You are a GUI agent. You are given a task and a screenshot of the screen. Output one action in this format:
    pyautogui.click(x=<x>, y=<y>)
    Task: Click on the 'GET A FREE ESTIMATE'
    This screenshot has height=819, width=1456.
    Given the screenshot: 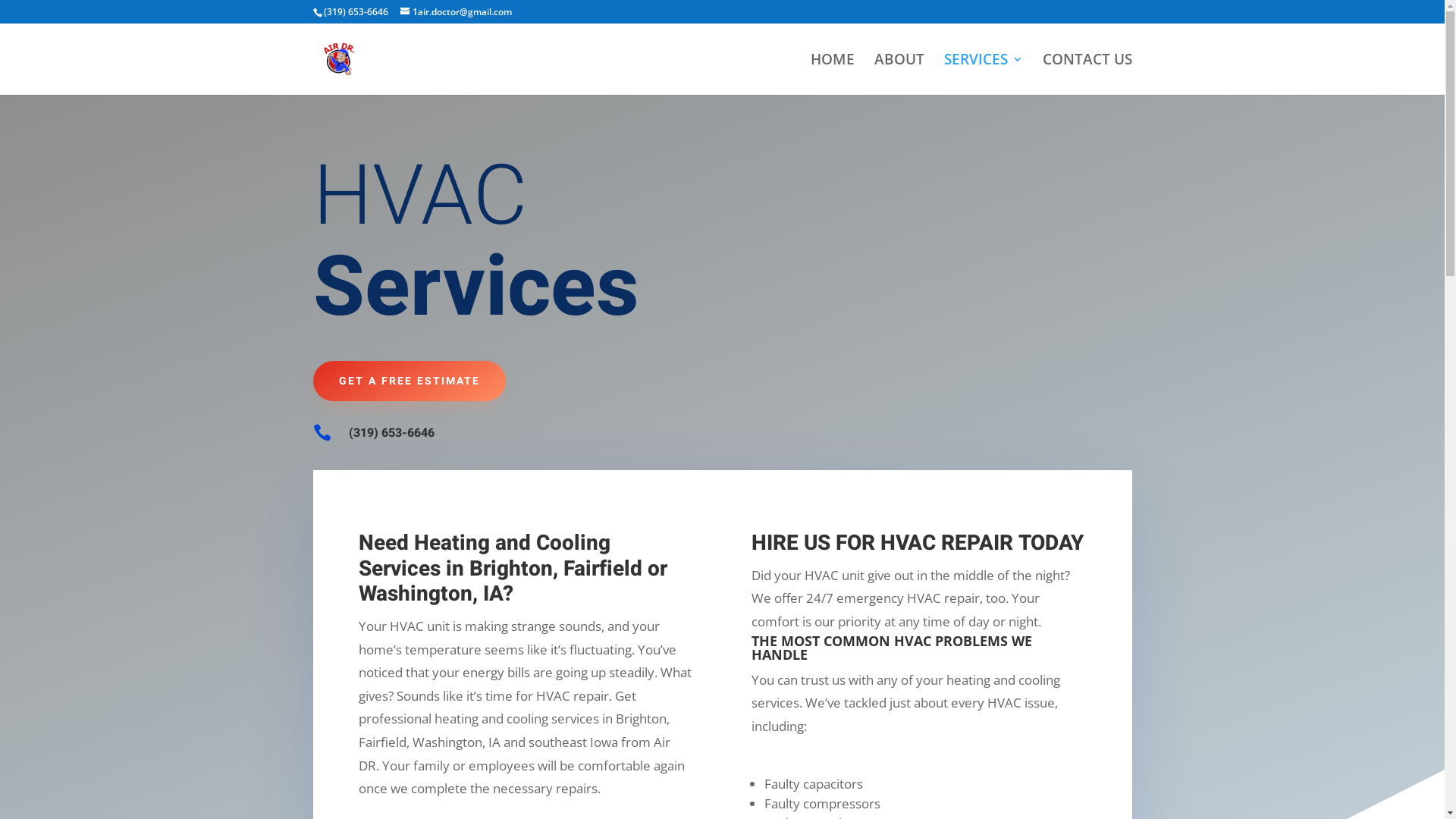 What is the action you would take?
    pyautogui.click(x=408, y=380)
    